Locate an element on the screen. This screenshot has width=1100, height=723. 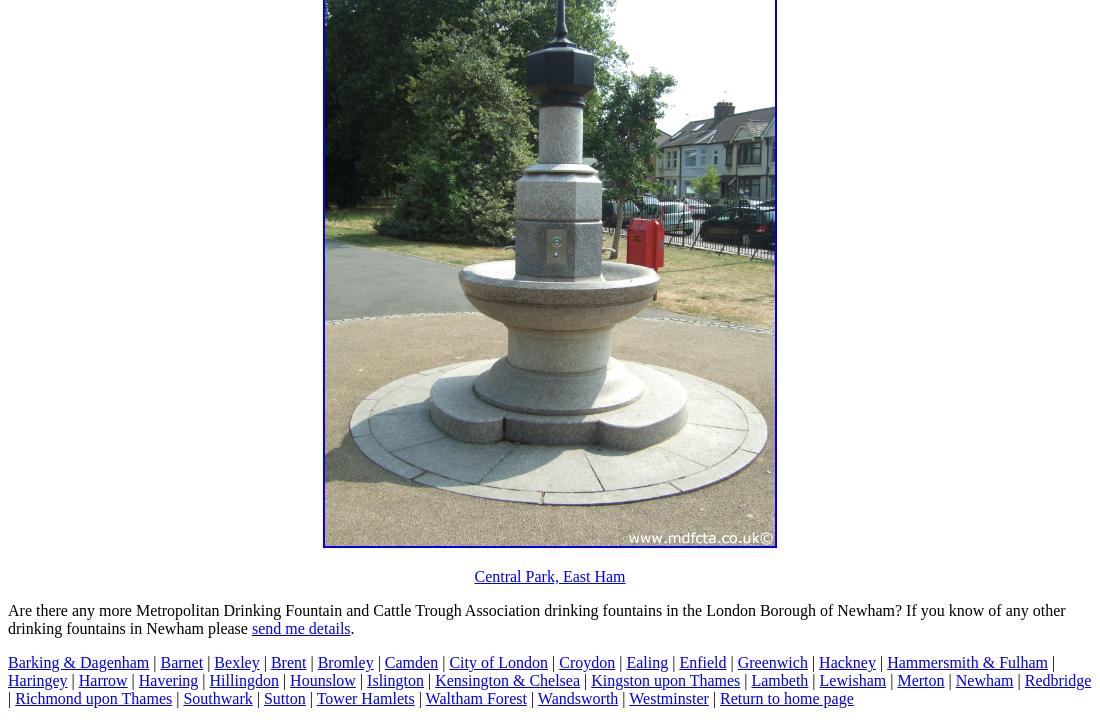
'Newham' is located at coordinates (982, 678).